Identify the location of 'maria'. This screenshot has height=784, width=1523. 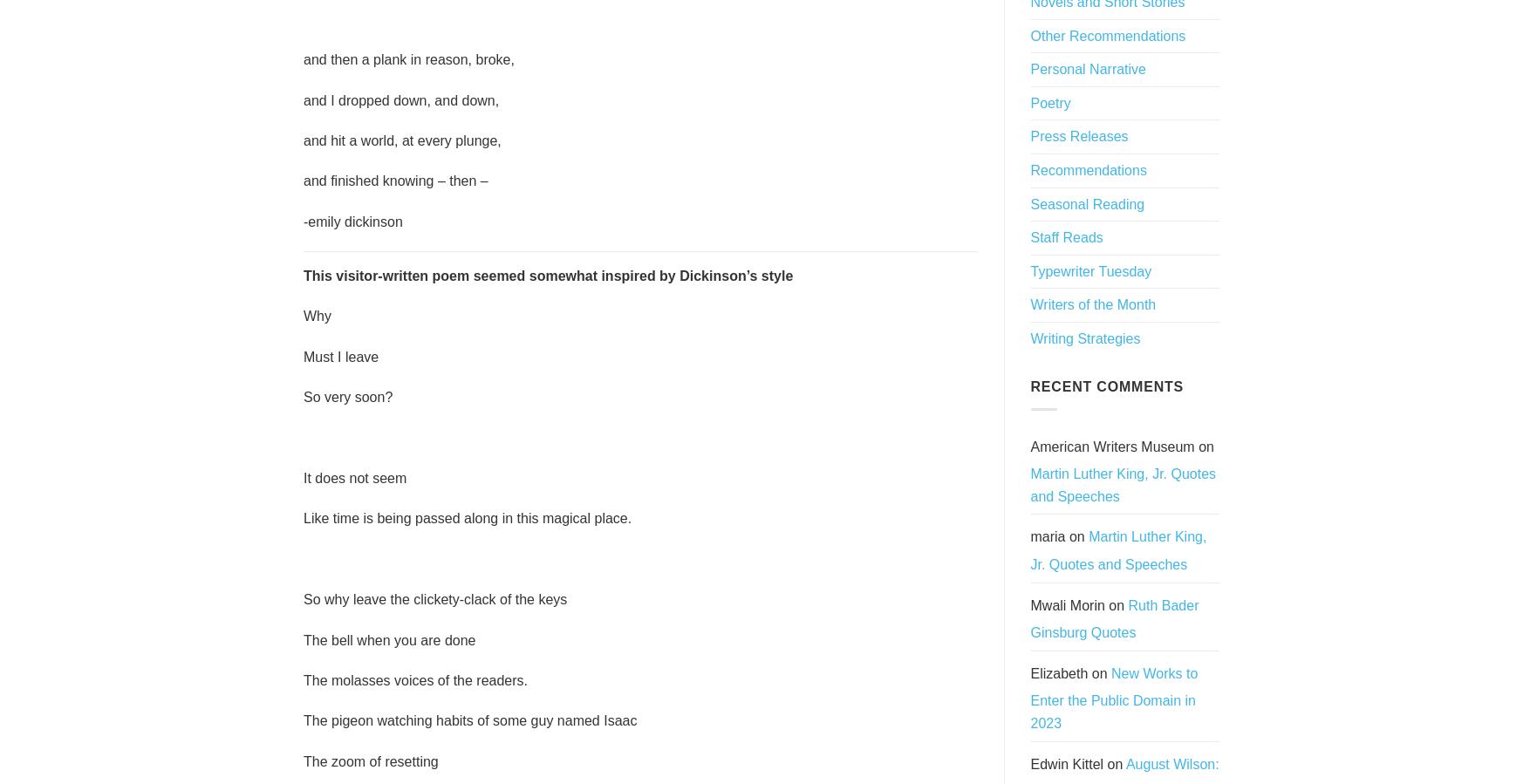
(1048, 535).